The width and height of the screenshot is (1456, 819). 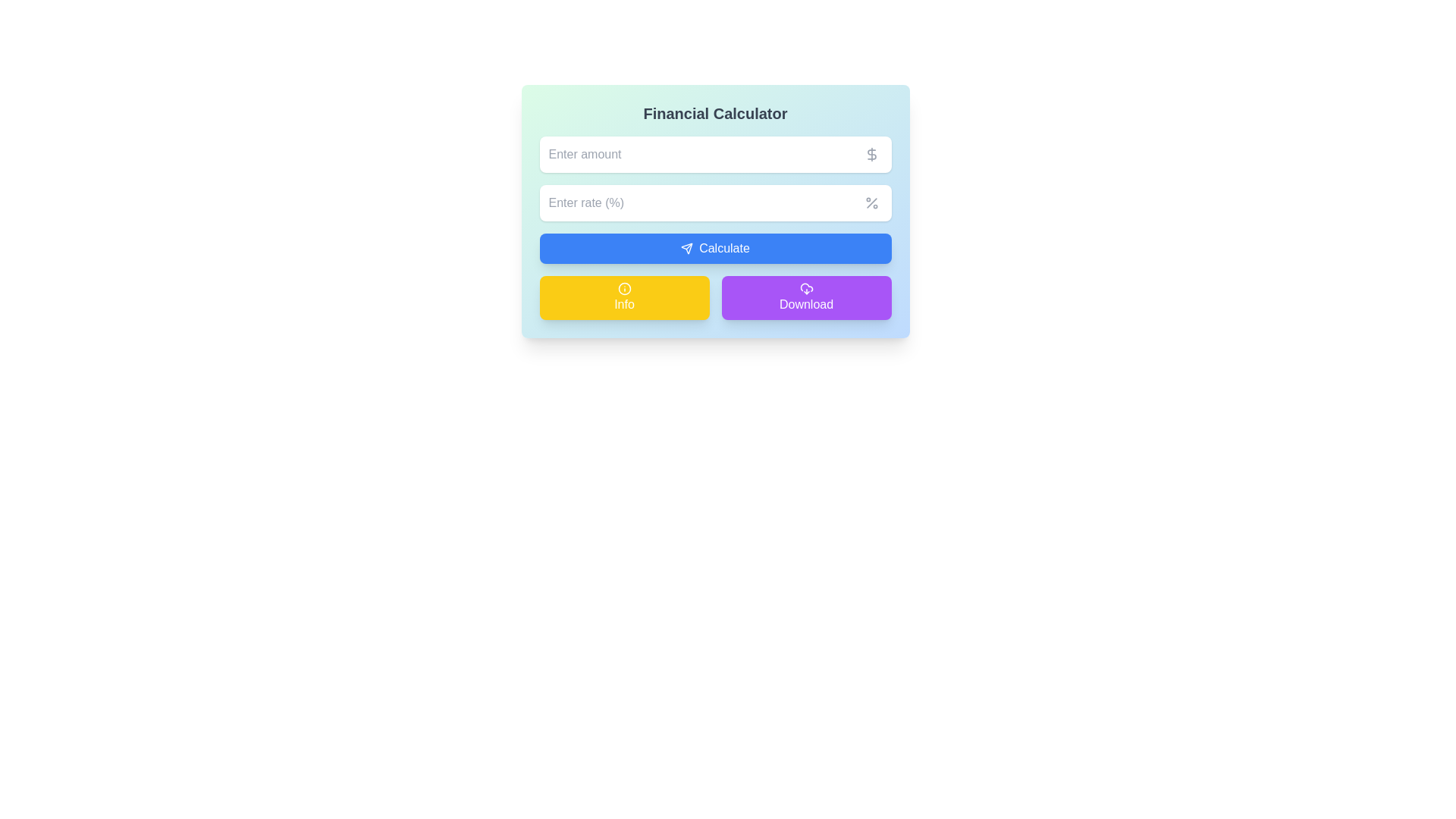 I want to click on the dollar sign icon, which is gray and styled in a modern minimalist design, located to the right of the 'Enter amount' input field within the calculator interface, so click(x=871, y=155).